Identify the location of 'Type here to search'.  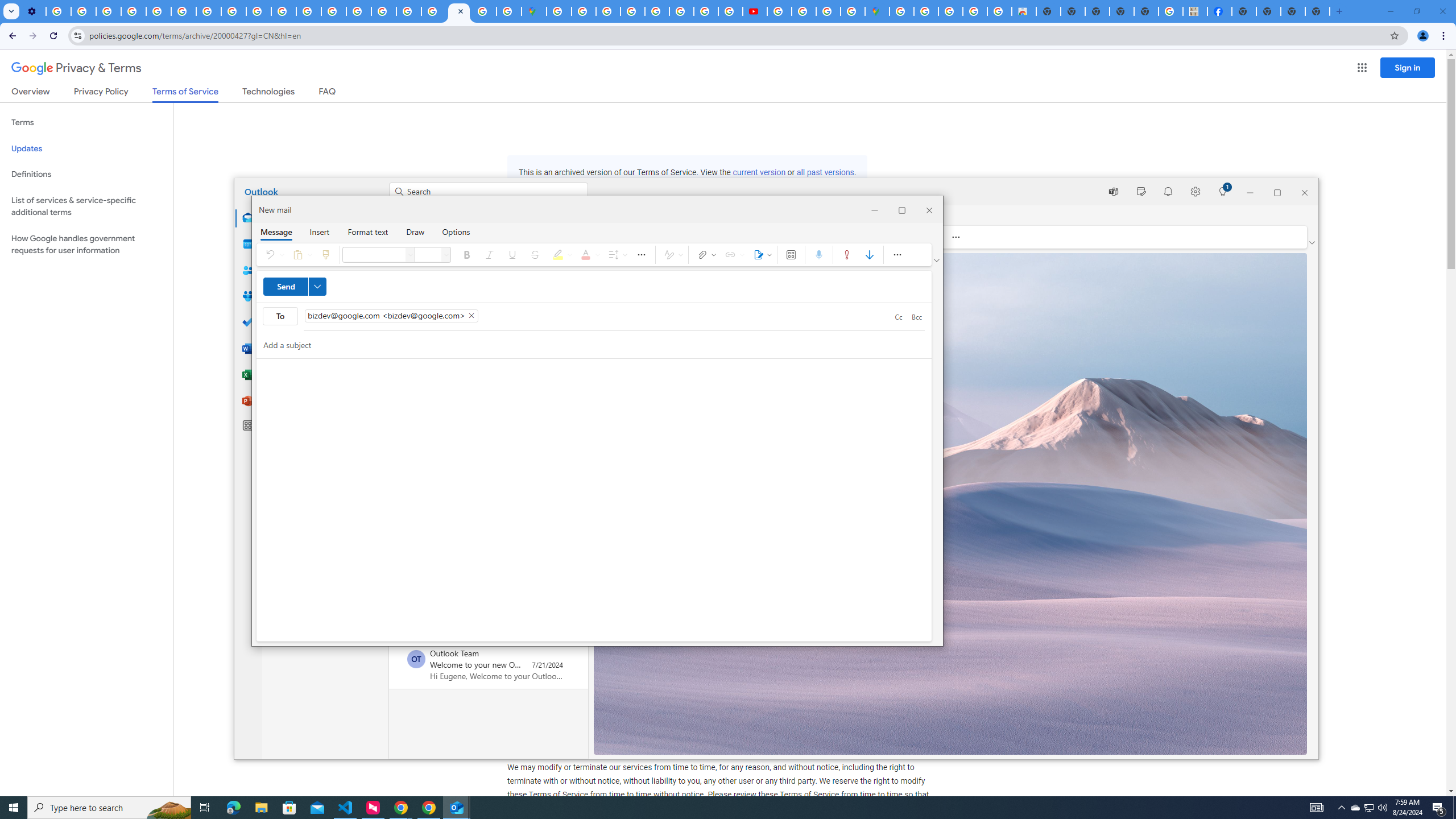
(109, 806).